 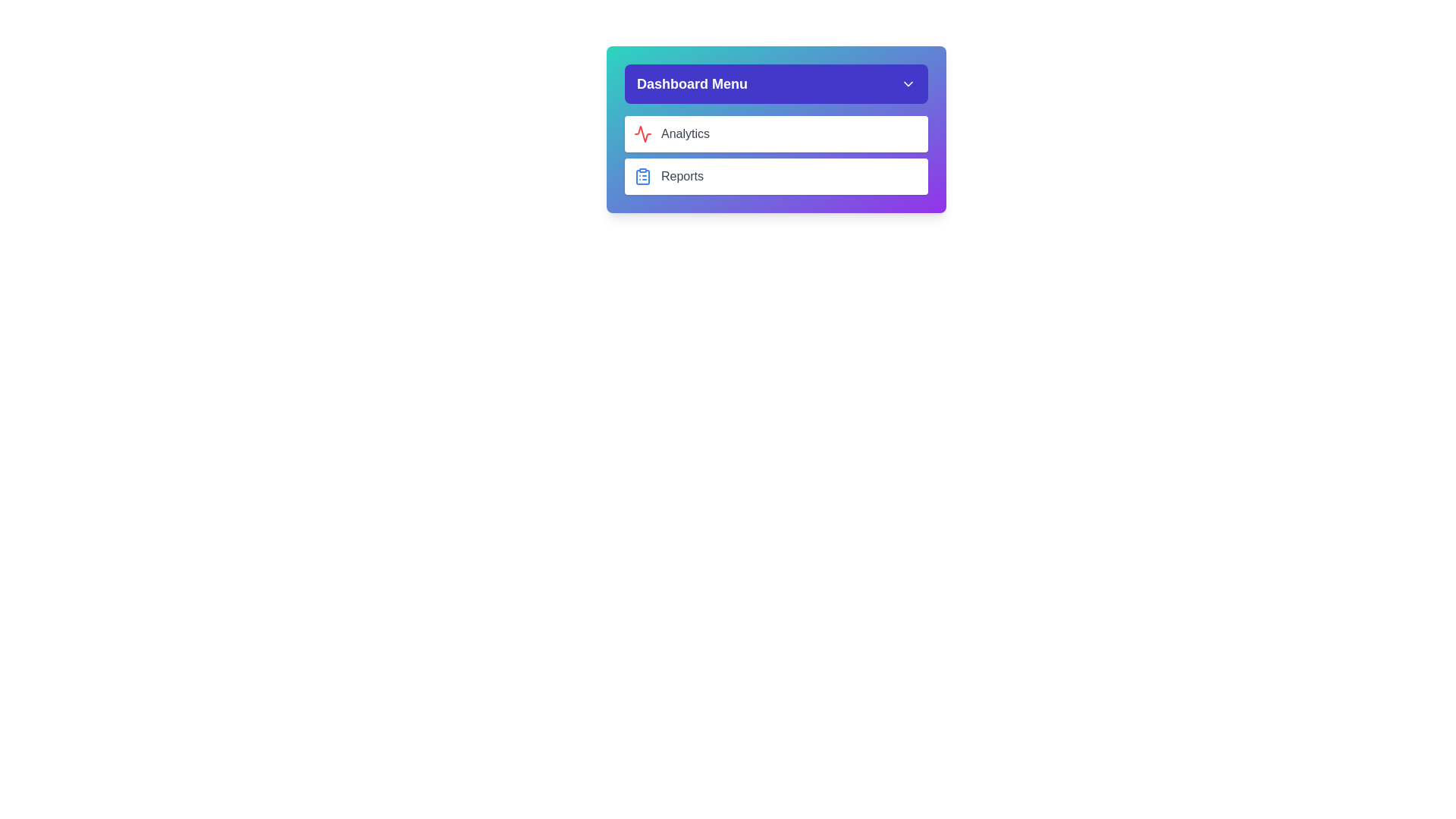 What do you see at coordinates (643, 133) in the screenshot?
I see `the red jagged line icon next to the 'Analytics' text label in the dropdown menu under the 'Dashboard Menu' header` at bounding box center [643, 133].